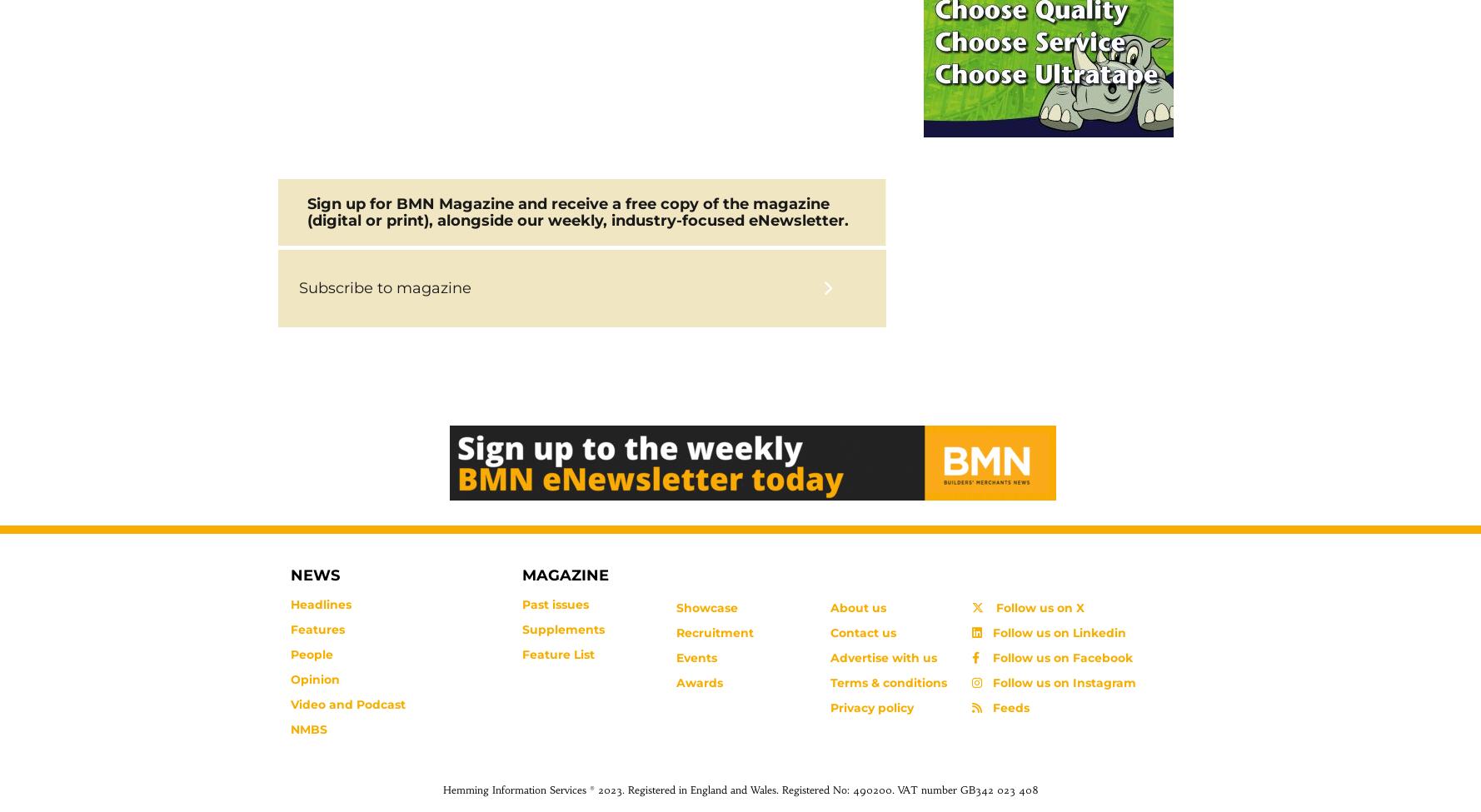 Image resolution: width=1481 pixels, height=812 pixels. I want to click on 'Contact us', so click(862, 632).